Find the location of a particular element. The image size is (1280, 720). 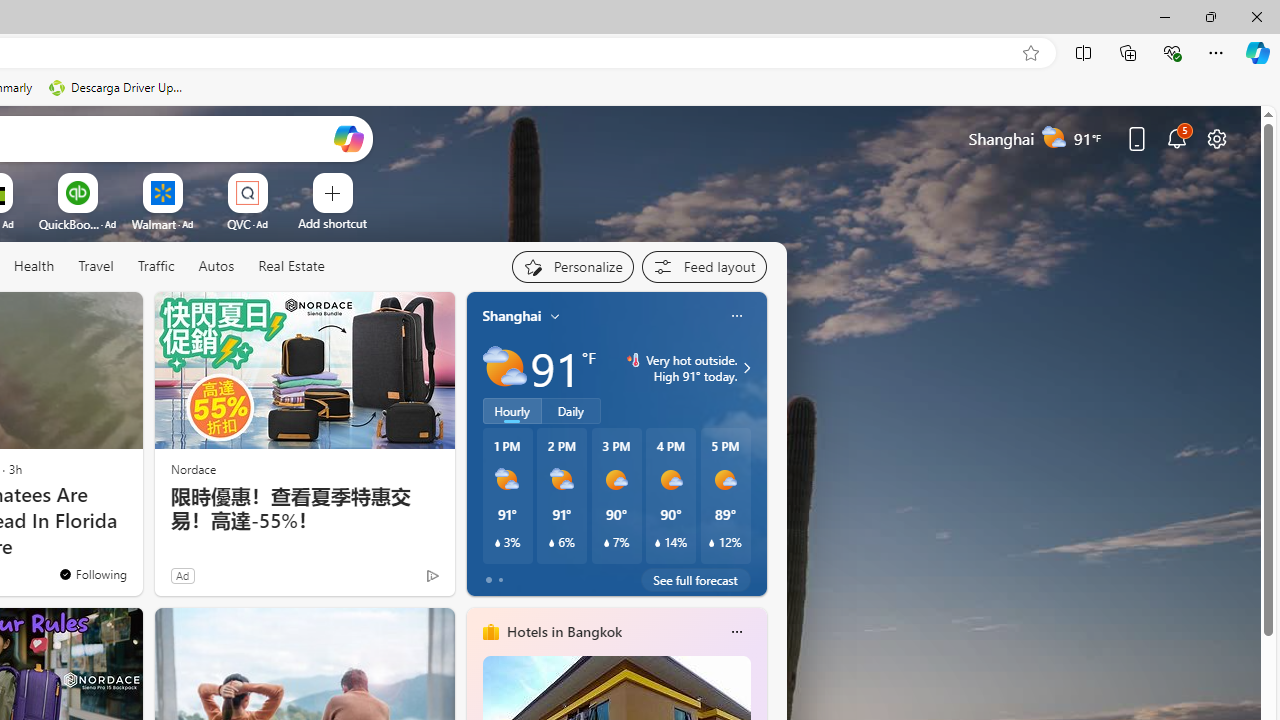

'Hide this story' is located at coordinates (81, 315).